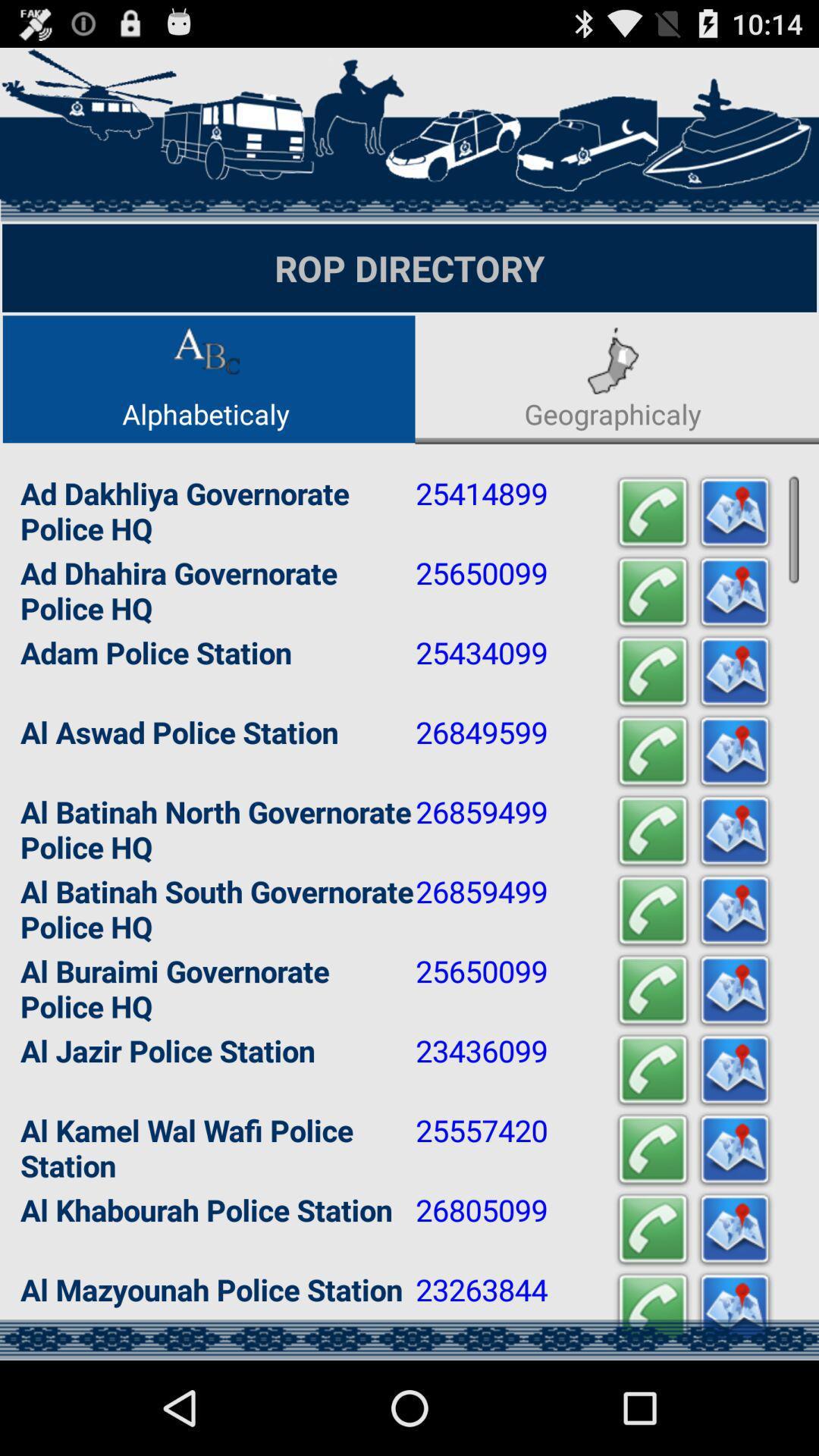 The width and height of the screenshot is (819, 1456). I want to click on al aswad police station phone number symbol, so click(651, 752).